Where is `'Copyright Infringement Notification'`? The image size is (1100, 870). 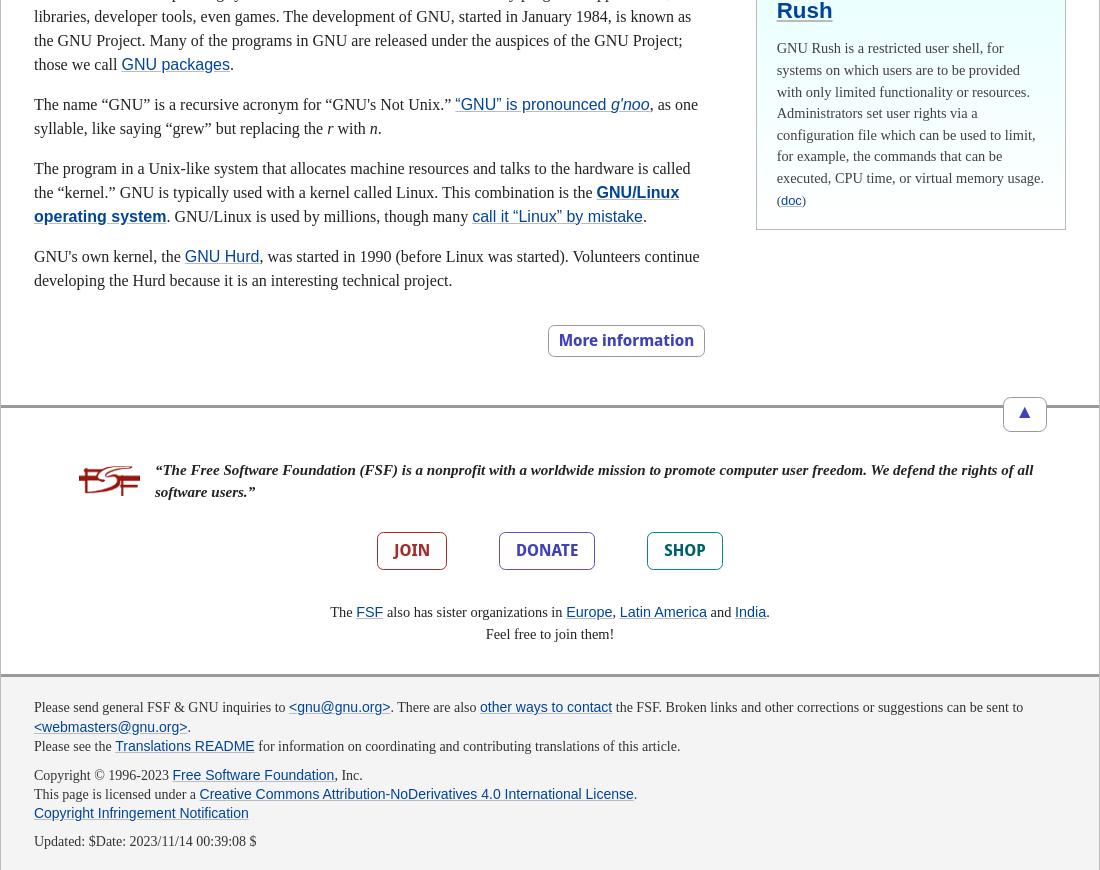 'Copyright Infringement Notification' is located at coordinates (139, 813).